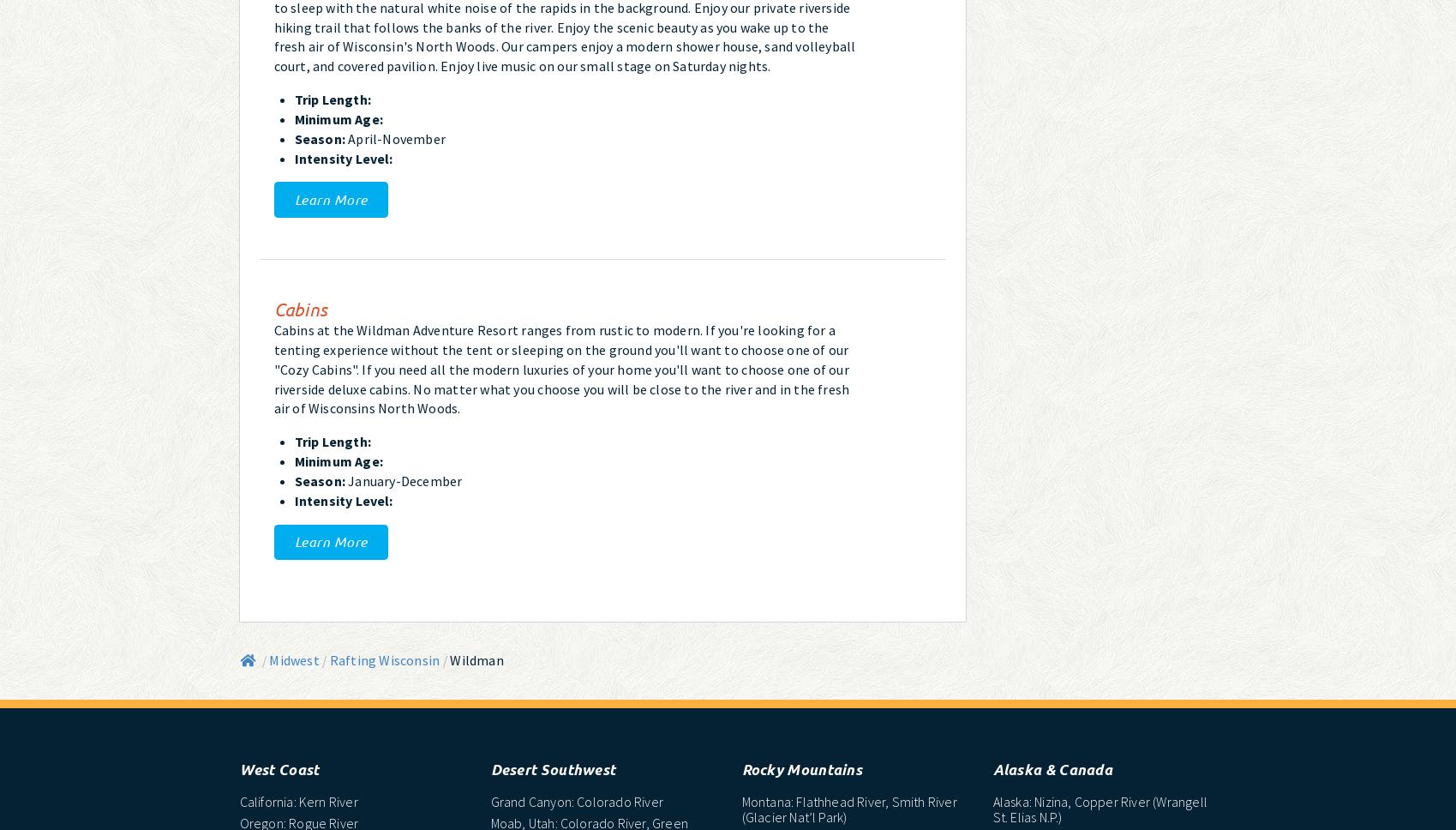 Image resolution: width=1456 pixels, height=830 pixels. Describe the element at coordinates (1099, 808) in the screenshot. I see `'Alaska: Nizina, Copper River (Wrangell St. Elias N.P.)'` at that location.